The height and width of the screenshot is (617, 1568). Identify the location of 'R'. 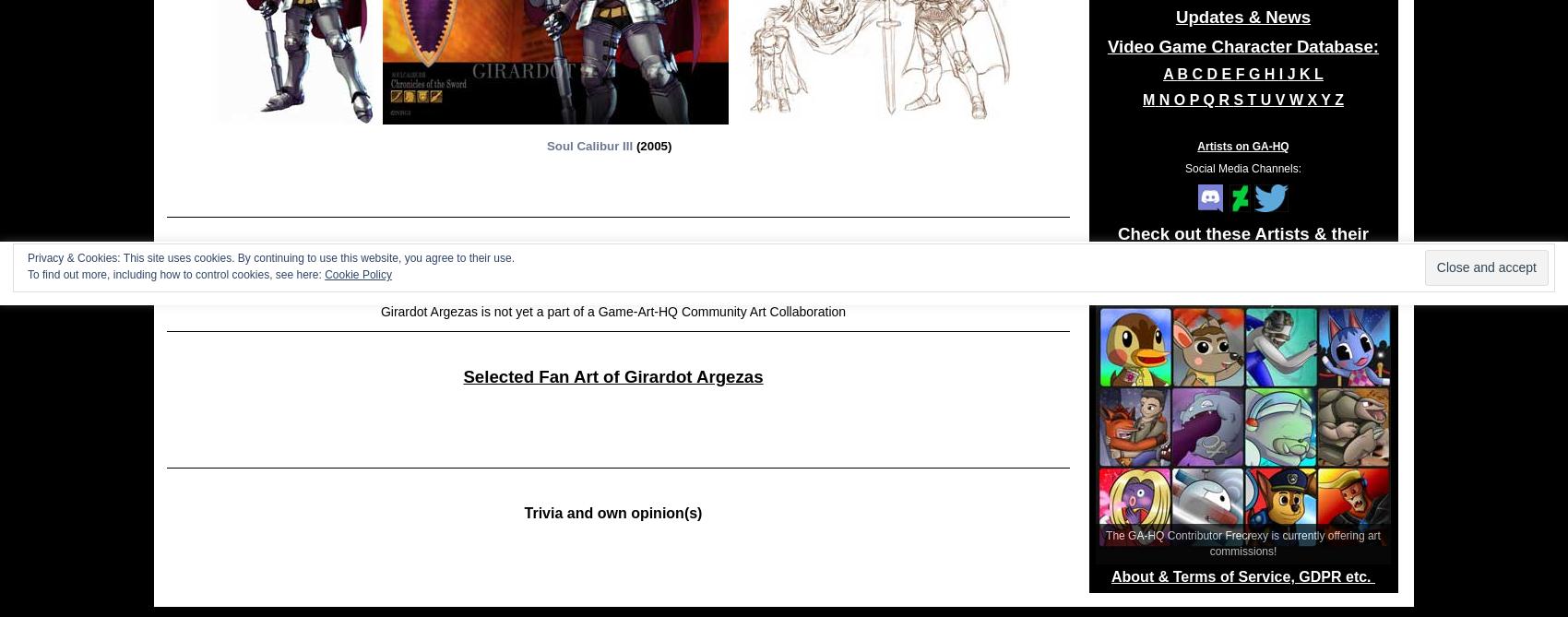
(1218, 100).